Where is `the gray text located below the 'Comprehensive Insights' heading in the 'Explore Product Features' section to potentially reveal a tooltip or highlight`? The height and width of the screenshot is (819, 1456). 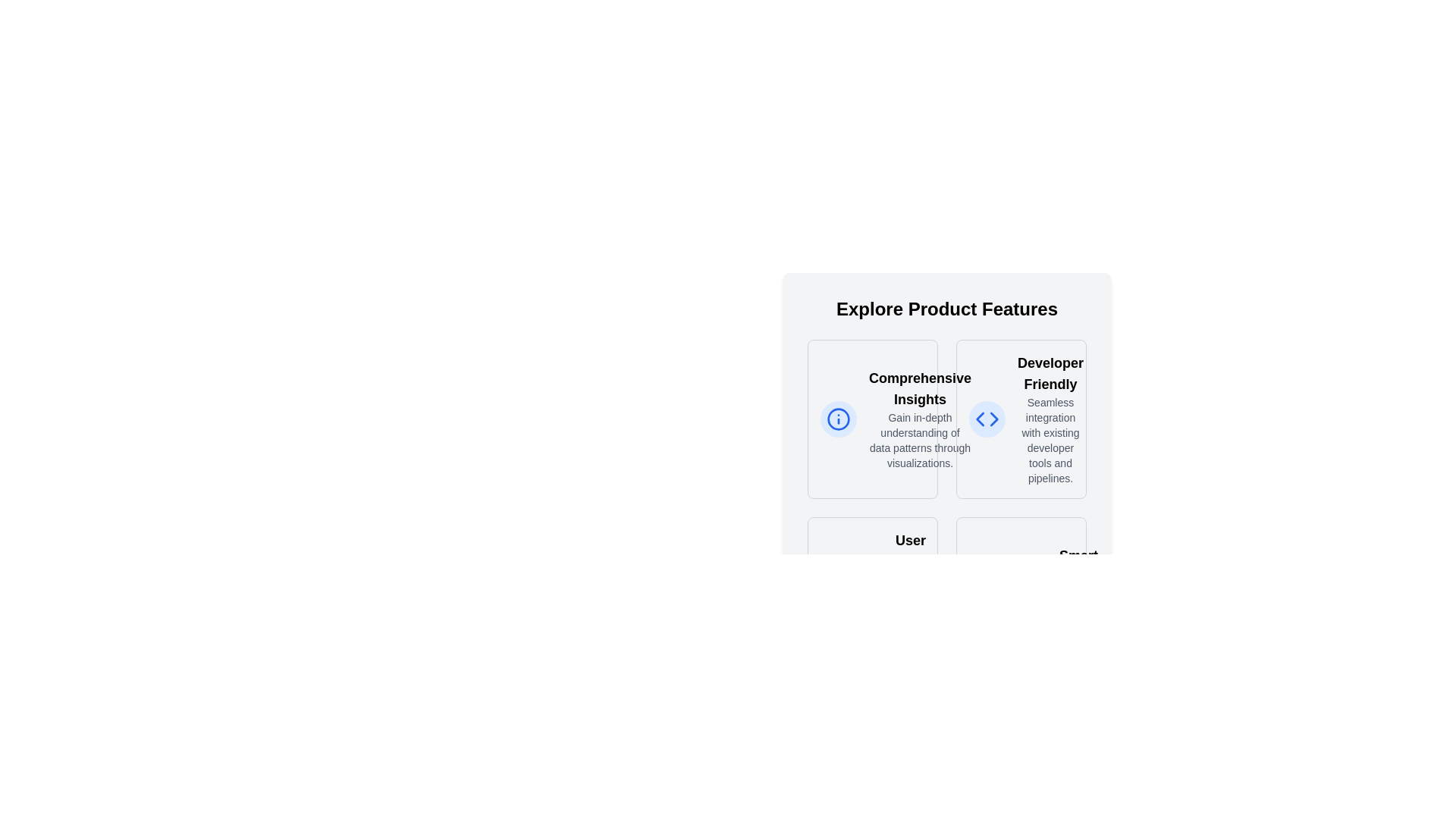 the gray text located below the 'Comprehensive Insights' heading in the 'Explore Product Features' section to potentially reveal a tooltip or highlight is located at coordinates (919, 441).